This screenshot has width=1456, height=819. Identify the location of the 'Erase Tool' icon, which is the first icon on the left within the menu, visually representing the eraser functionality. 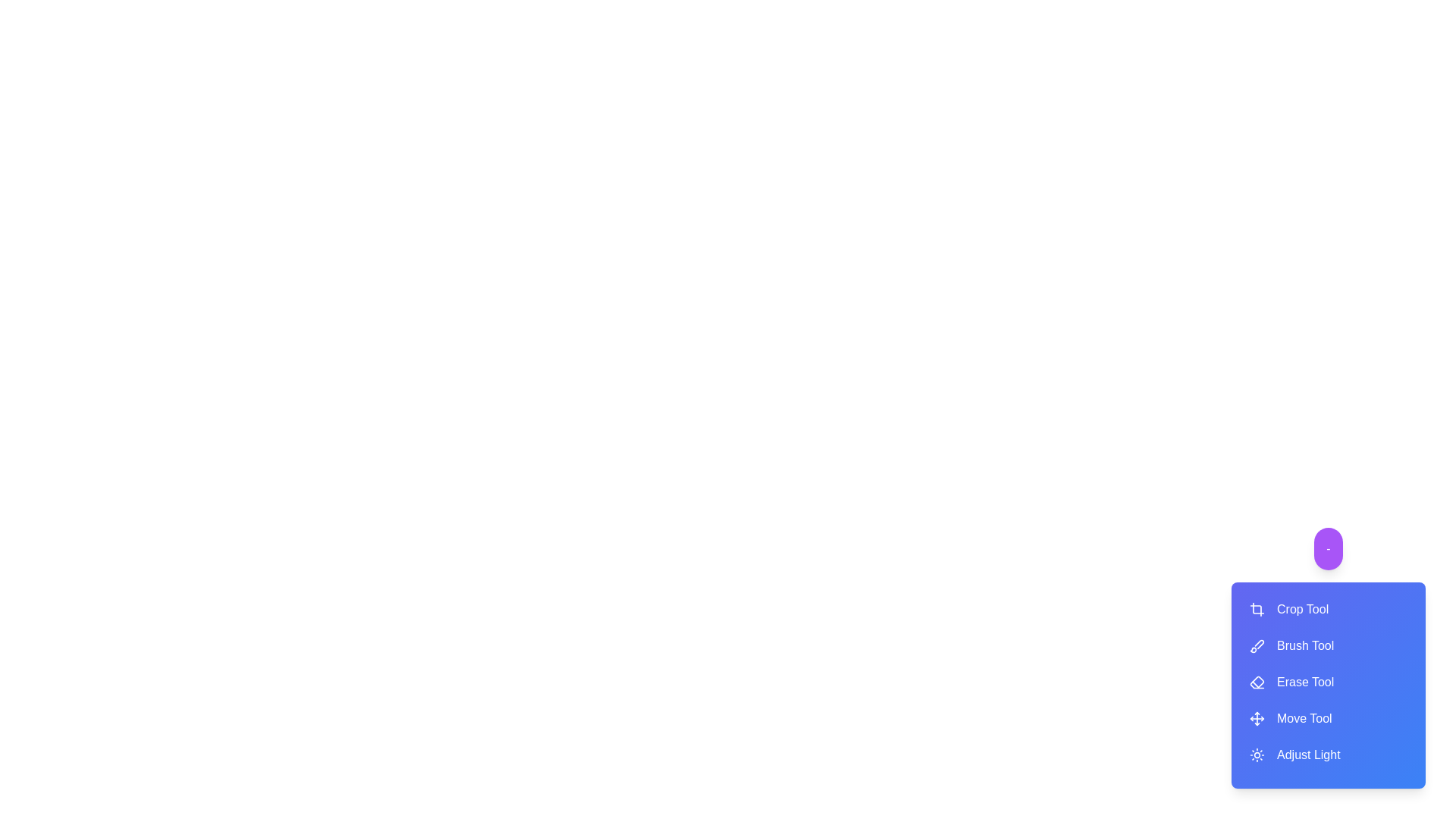
(1257, 681).